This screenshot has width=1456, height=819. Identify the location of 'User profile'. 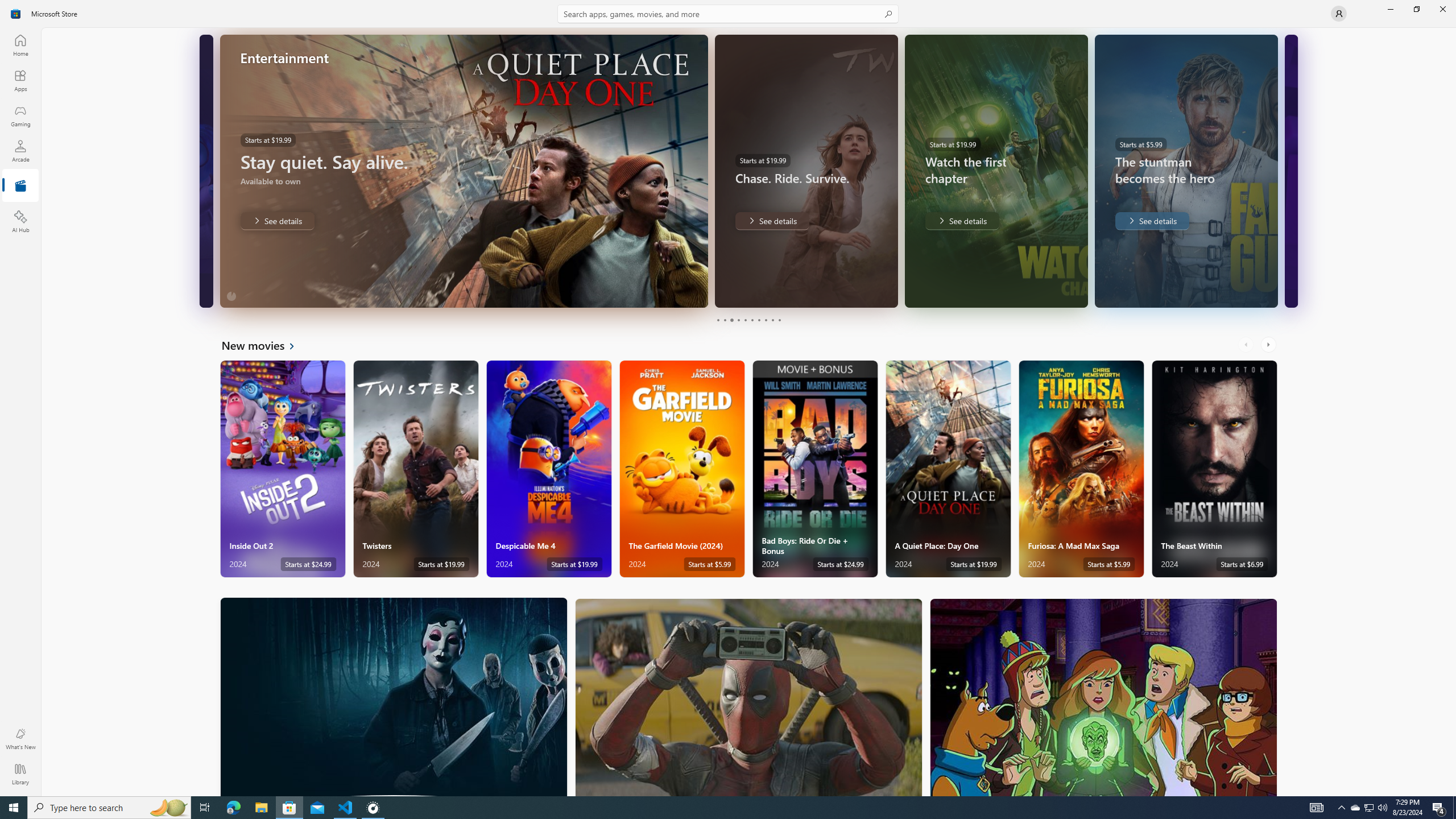
(1338, 13).